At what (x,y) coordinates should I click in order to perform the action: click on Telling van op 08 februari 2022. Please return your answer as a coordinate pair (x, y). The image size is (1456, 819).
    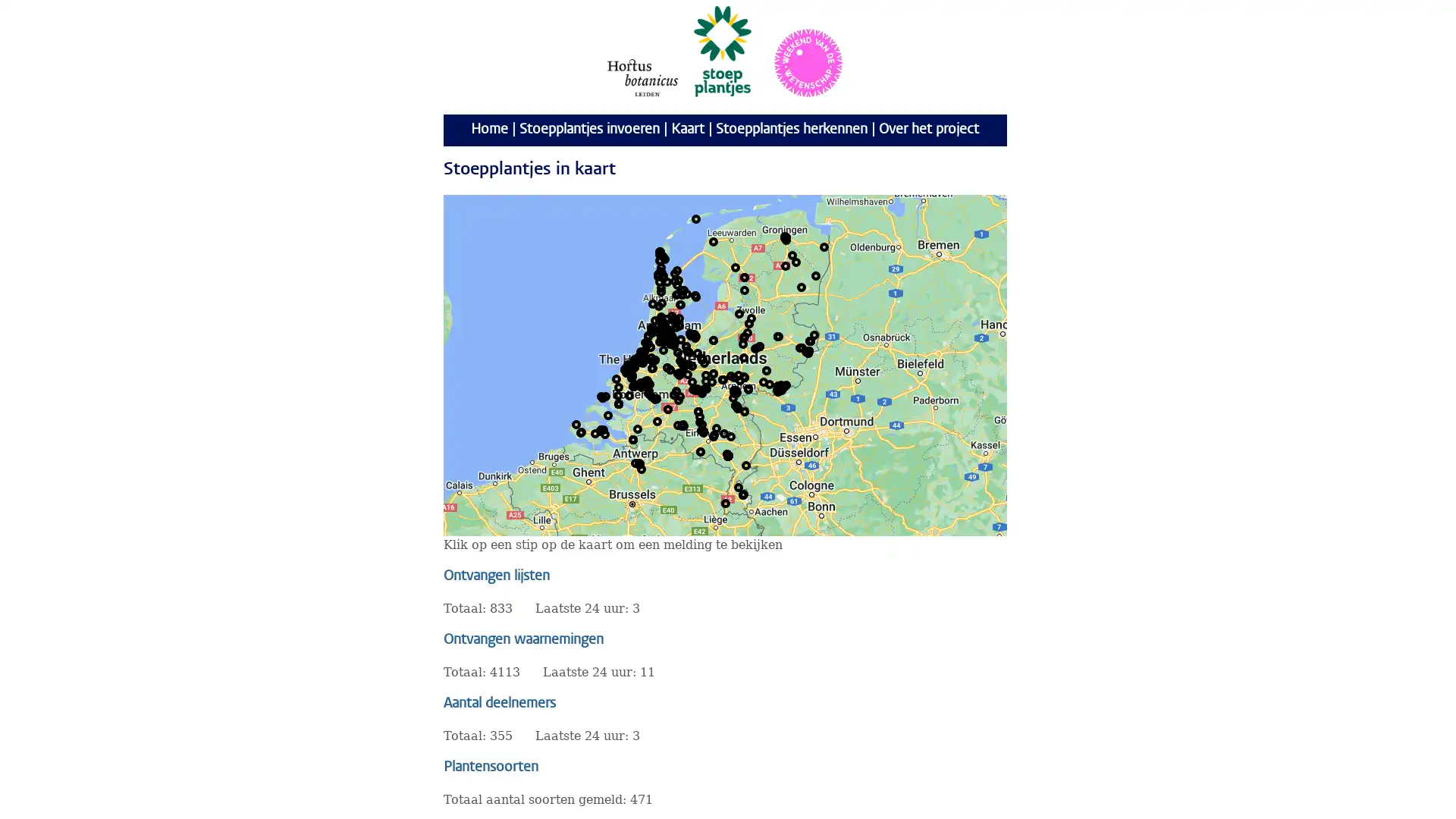
    Looking at the image, I should click on (663, 341).